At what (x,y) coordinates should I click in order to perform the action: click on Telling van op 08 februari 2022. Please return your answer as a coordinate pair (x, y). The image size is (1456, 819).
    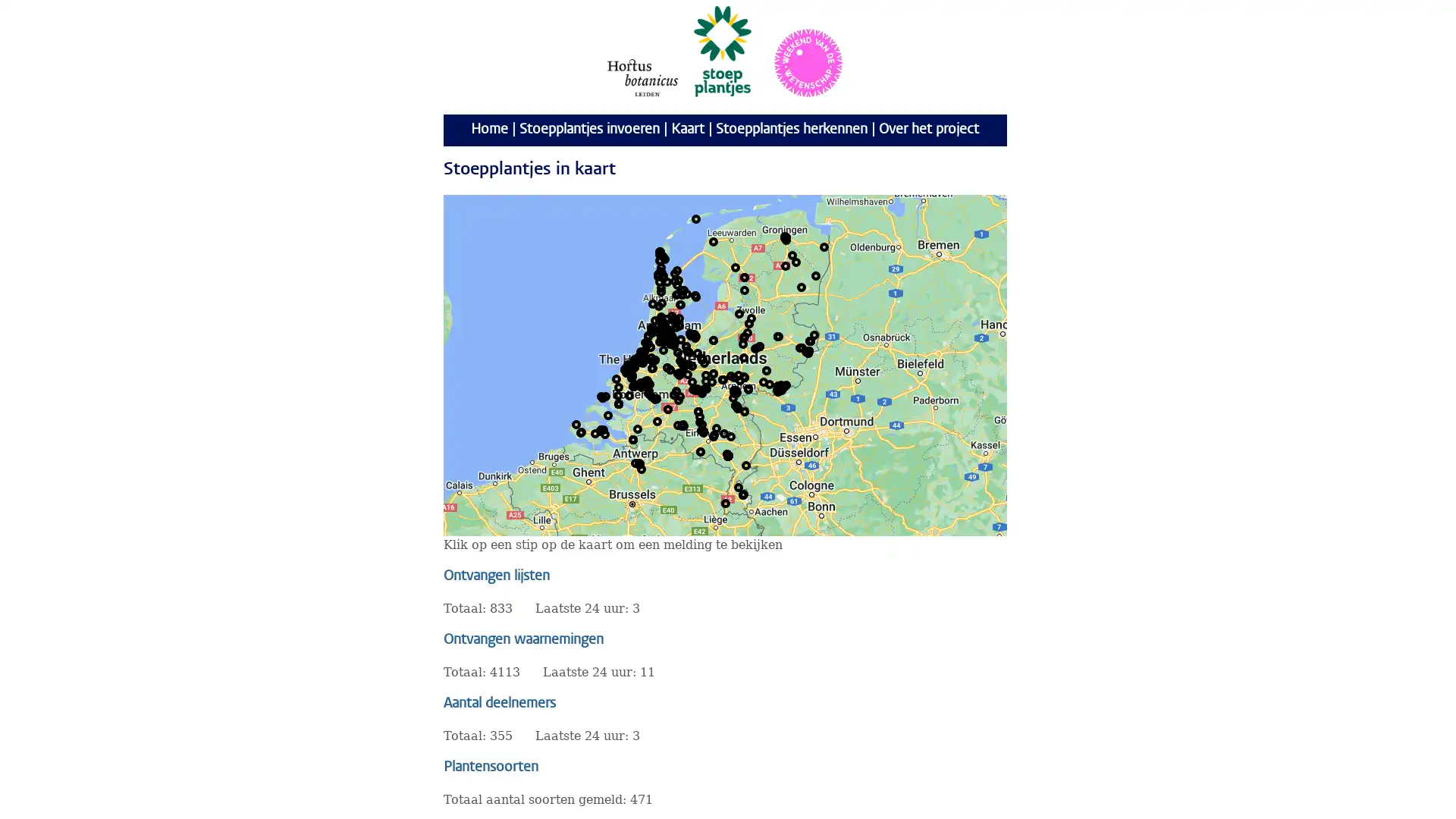
    Looking at the image, I should click on (663, 341).